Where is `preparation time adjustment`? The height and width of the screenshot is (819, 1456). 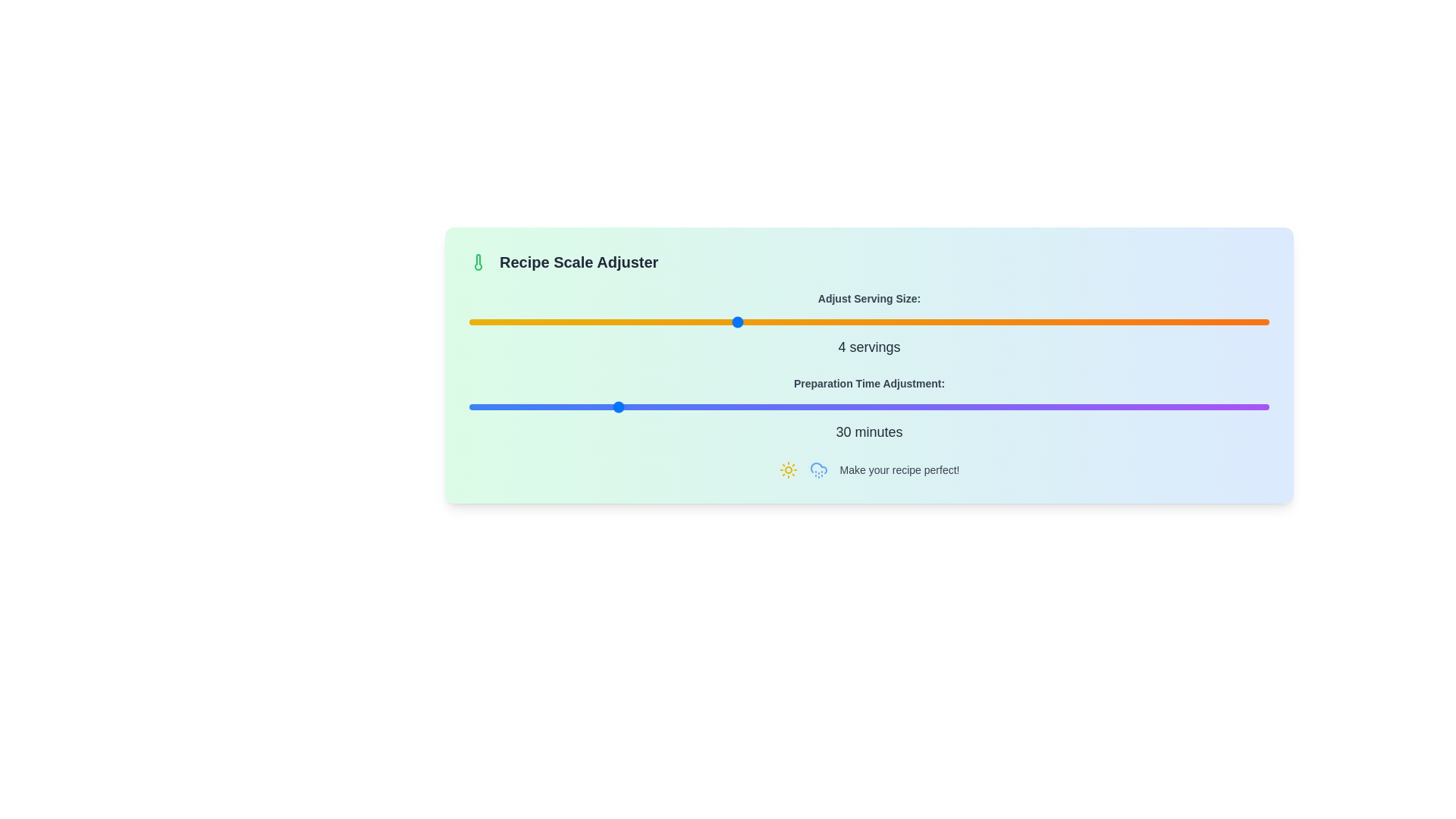 preparation time adjustment is located at coordinates (1218, 406).